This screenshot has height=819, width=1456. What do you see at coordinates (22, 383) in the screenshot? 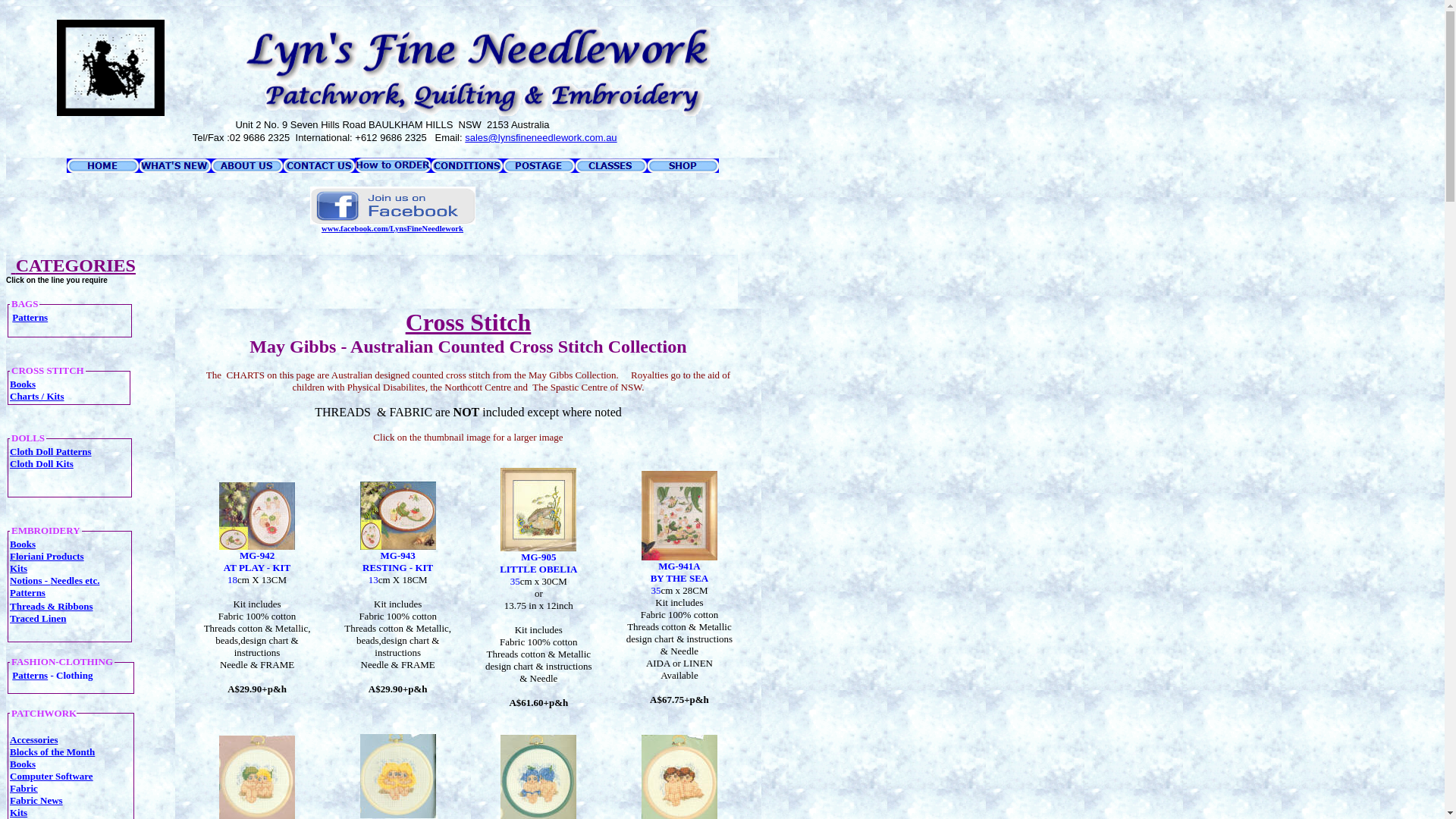
I see `'Books'` at bounding box center [22, 383].